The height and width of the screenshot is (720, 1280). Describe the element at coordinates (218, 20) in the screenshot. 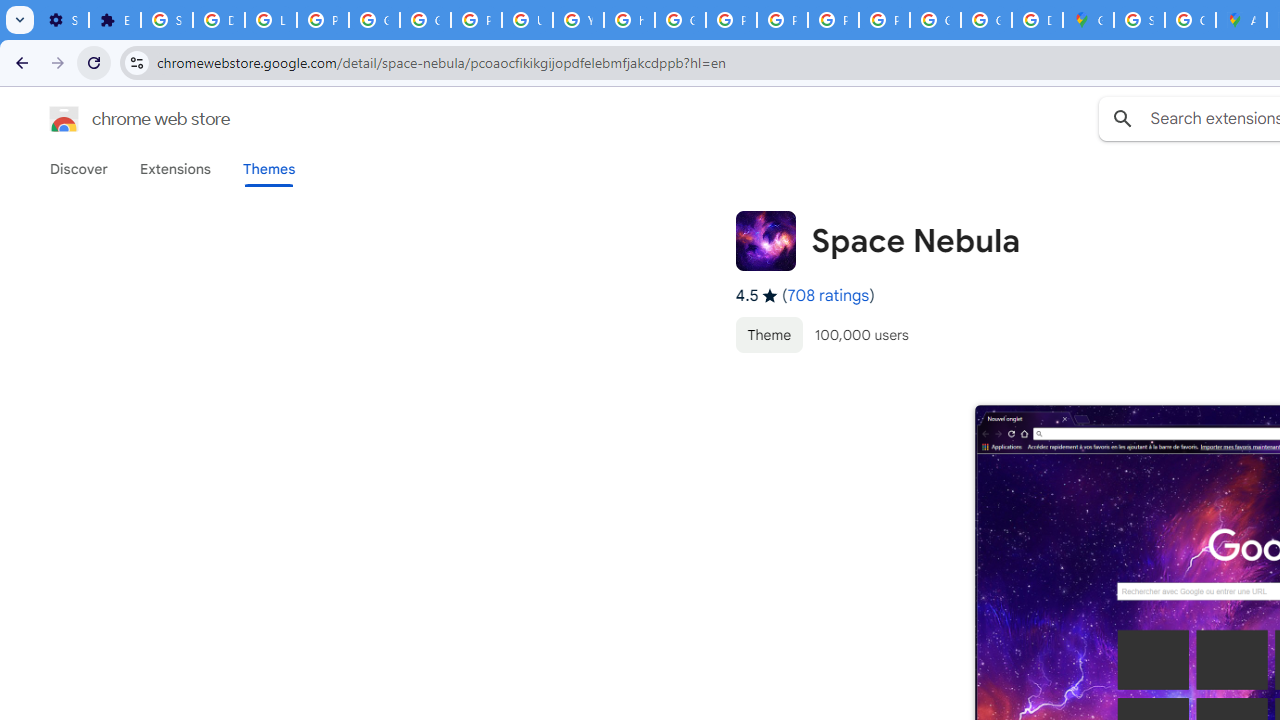

I see `'Delete photos & videos - Computer - Google Photos Help'` at that location.